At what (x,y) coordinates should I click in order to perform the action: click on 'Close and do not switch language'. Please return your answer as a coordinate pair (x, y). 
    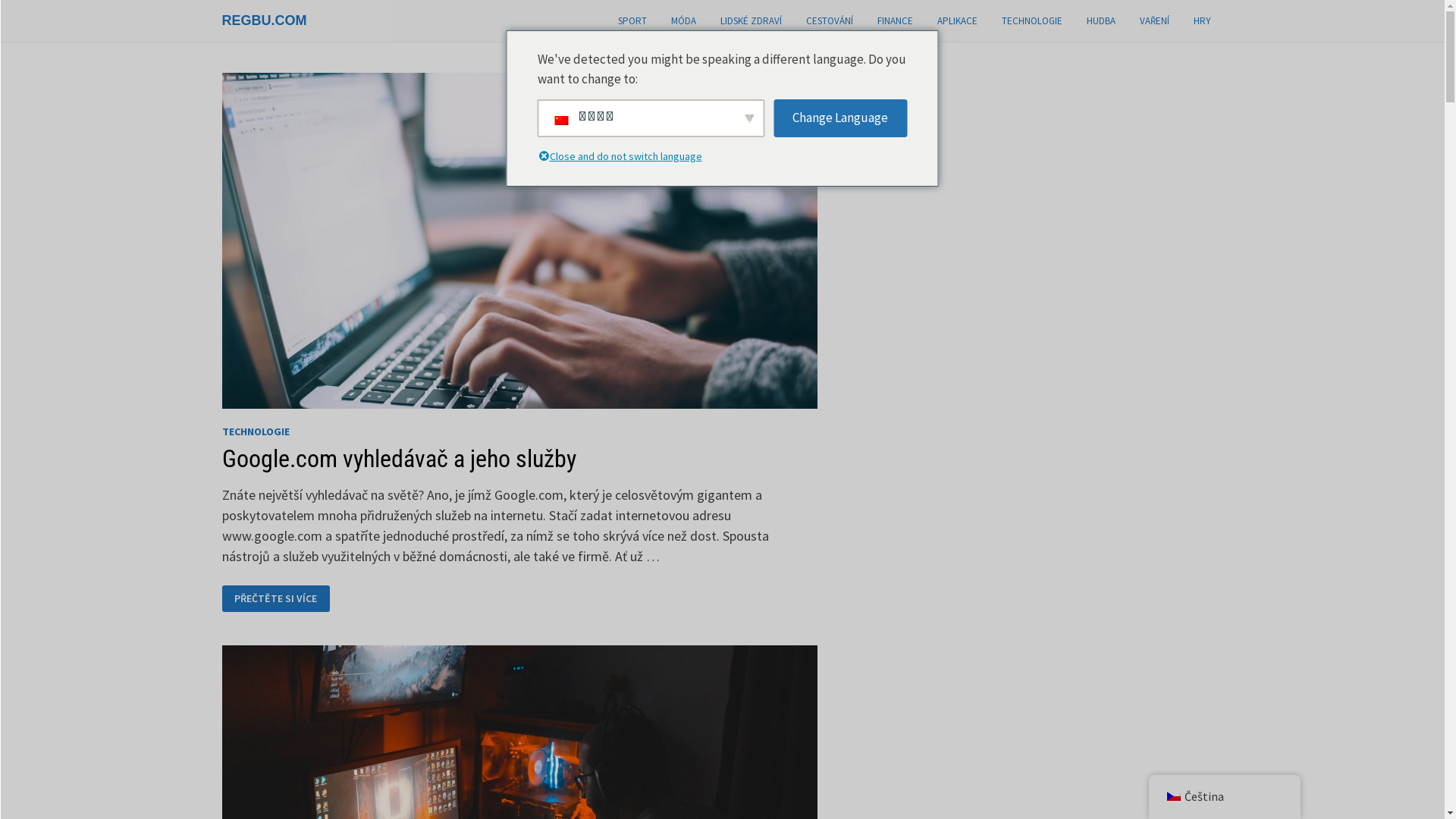
    Looking at the image, I should click on (629, 158).